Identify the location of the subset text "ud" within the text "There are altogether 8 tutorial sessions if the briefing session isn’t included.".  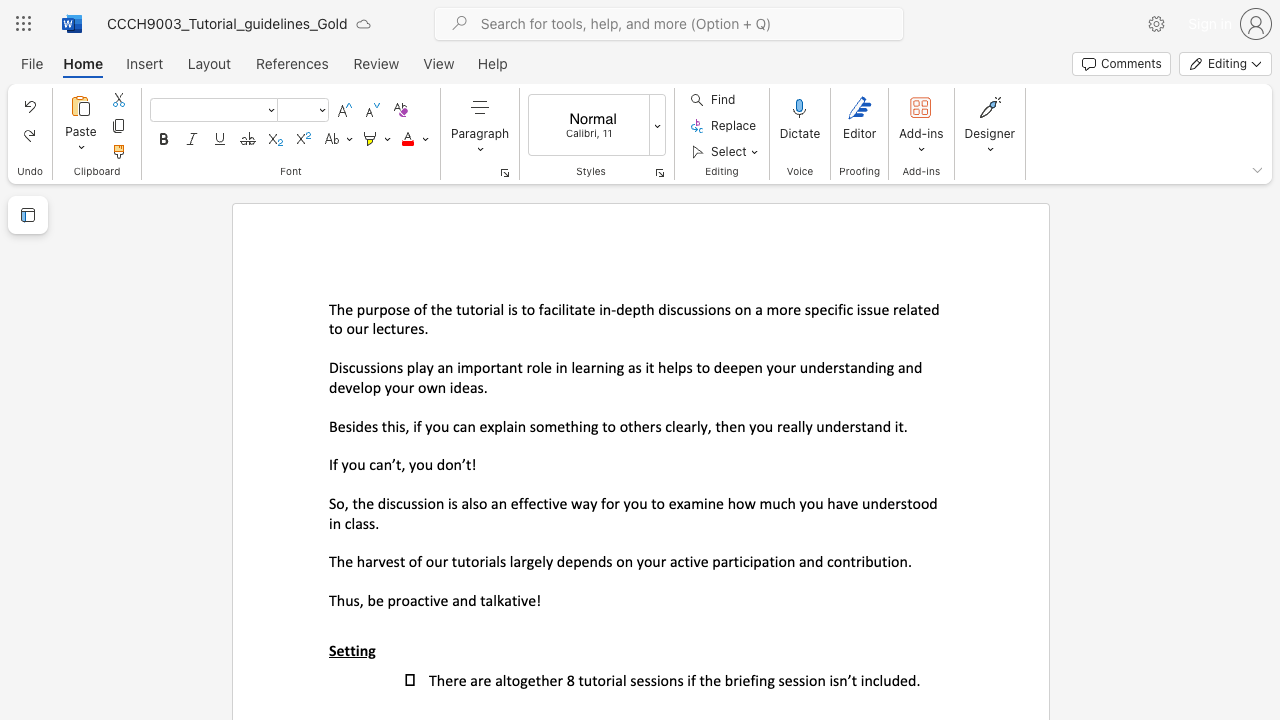
(882, 679).